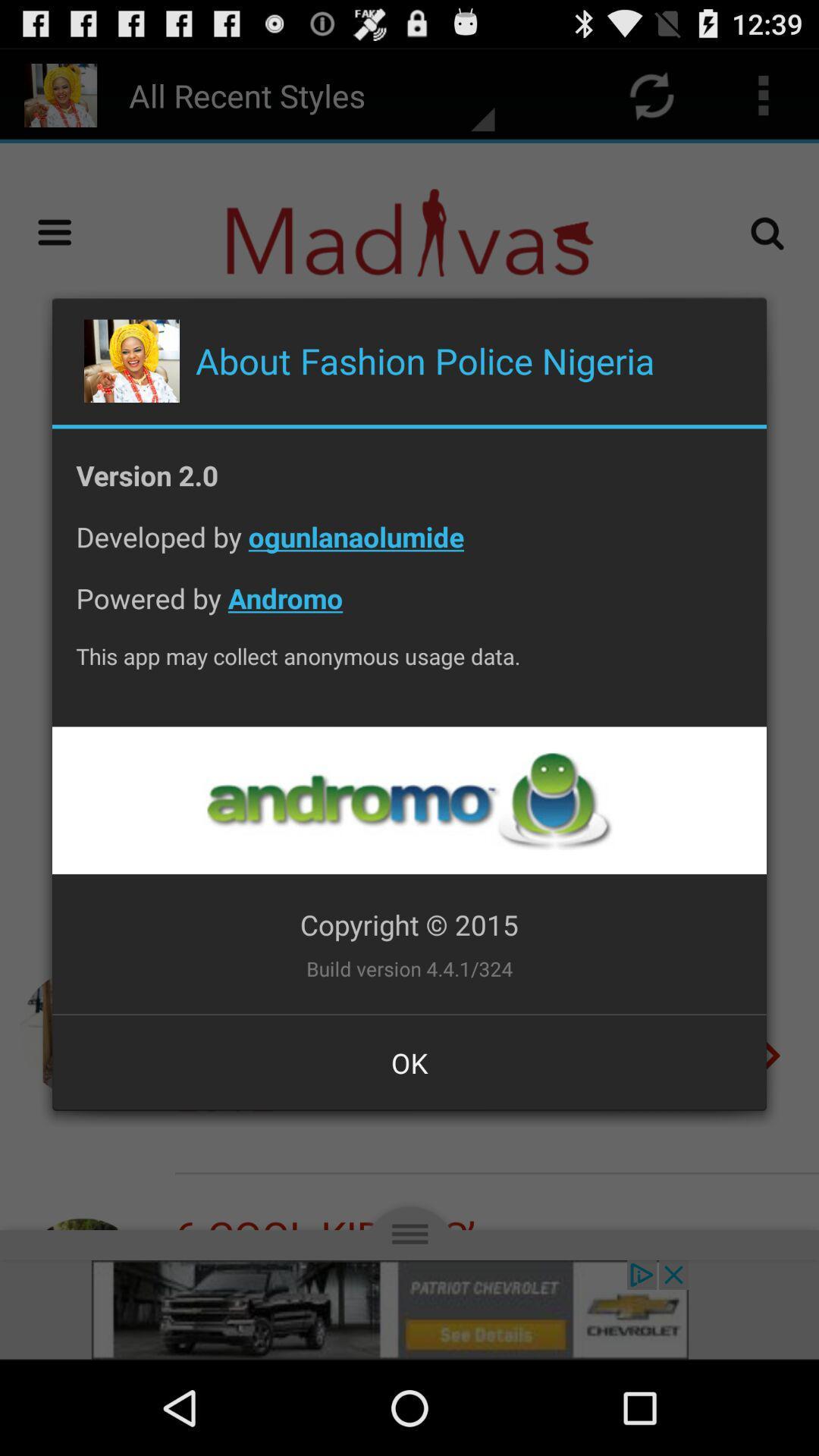  Describe the element at coordinates (409, 610) in the screenshot. I see `item below developed by ogunlanaolumide app` at that location.